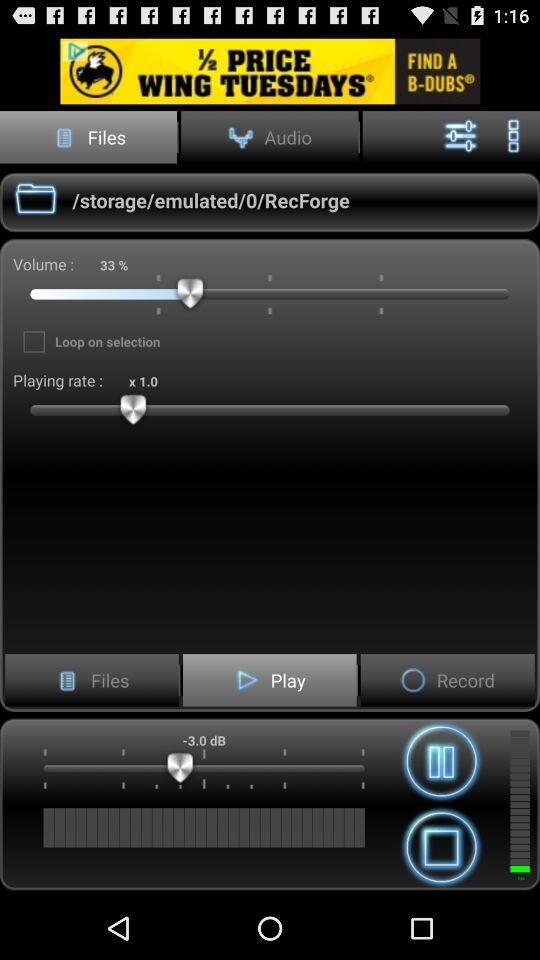 This screenshot has height=960, width=540. Describe the element at coordinates (461, 144) in the screenshot. I see `the sliders icon` at that location.